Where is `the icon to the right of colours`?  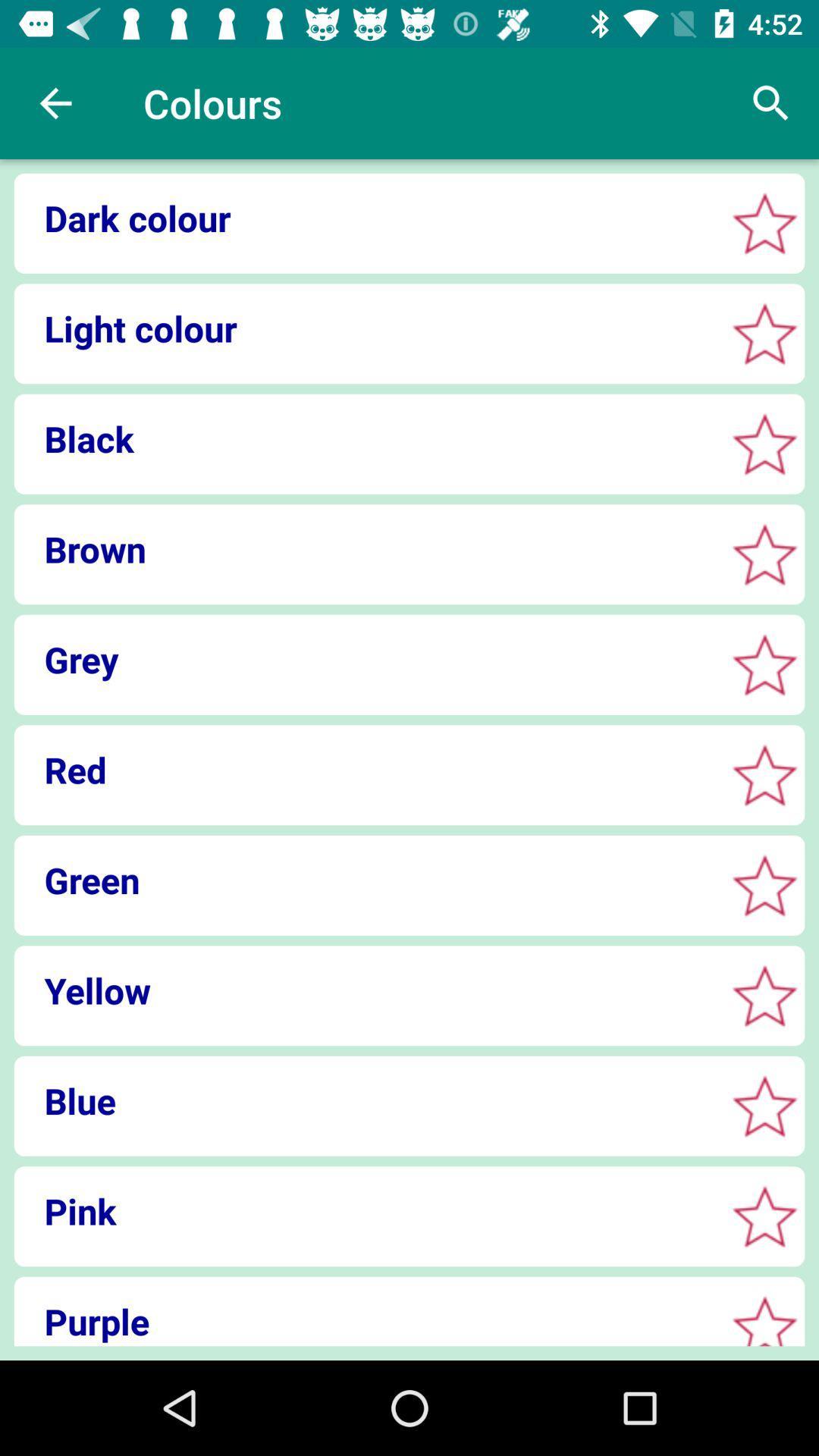
the icon to the right of colours is located at coordinates (771, 102).